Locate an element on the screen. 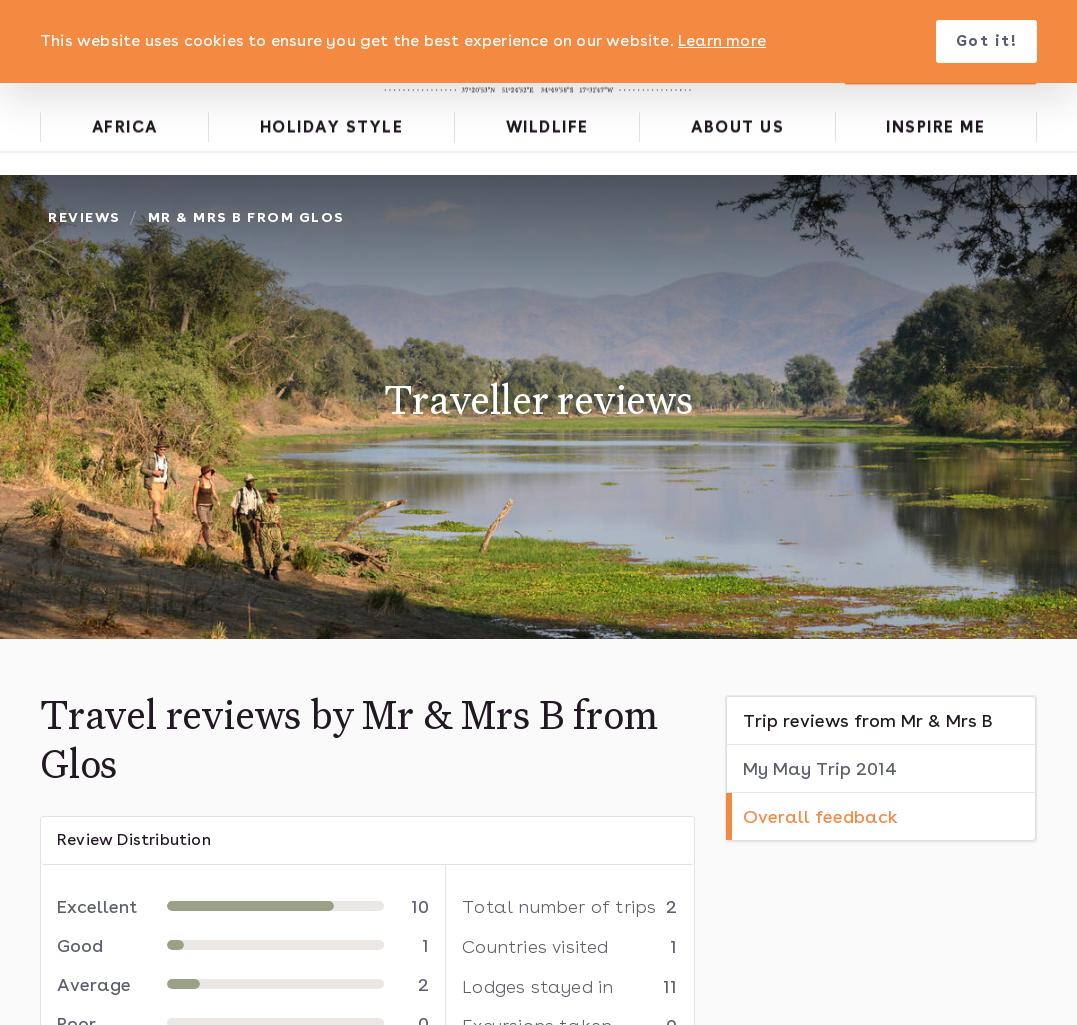  'Review Distribution' is located at coordinates (133, 837).